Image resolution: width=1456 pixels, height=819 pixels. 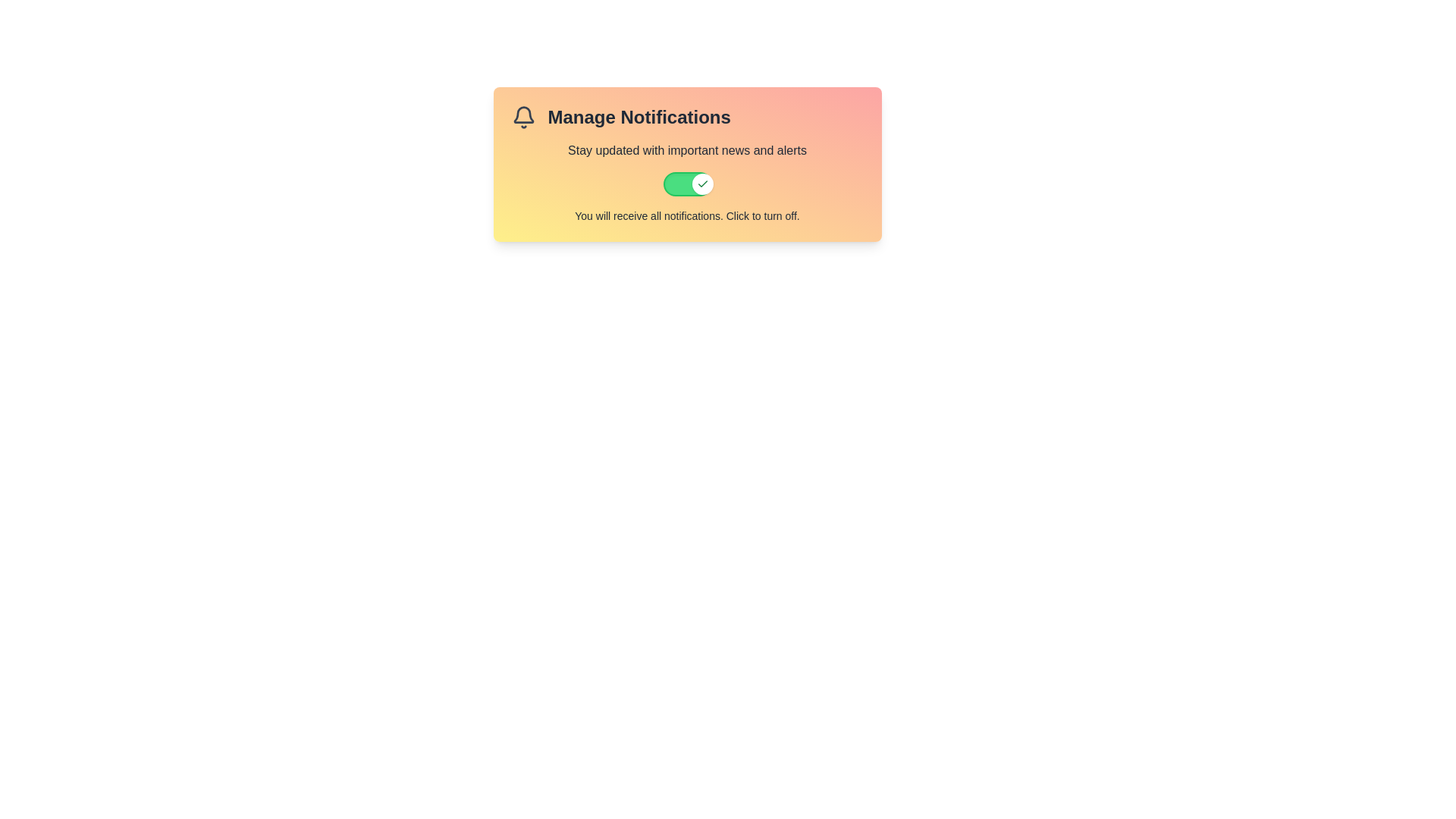 What do you see at coordinates (701, 184) in the screenshot?
I see `the state of the checkmark icon, styled with a green stroke and located within the white circular background of the toggle switch in the notification settings card` at bounding box center [701, 184].